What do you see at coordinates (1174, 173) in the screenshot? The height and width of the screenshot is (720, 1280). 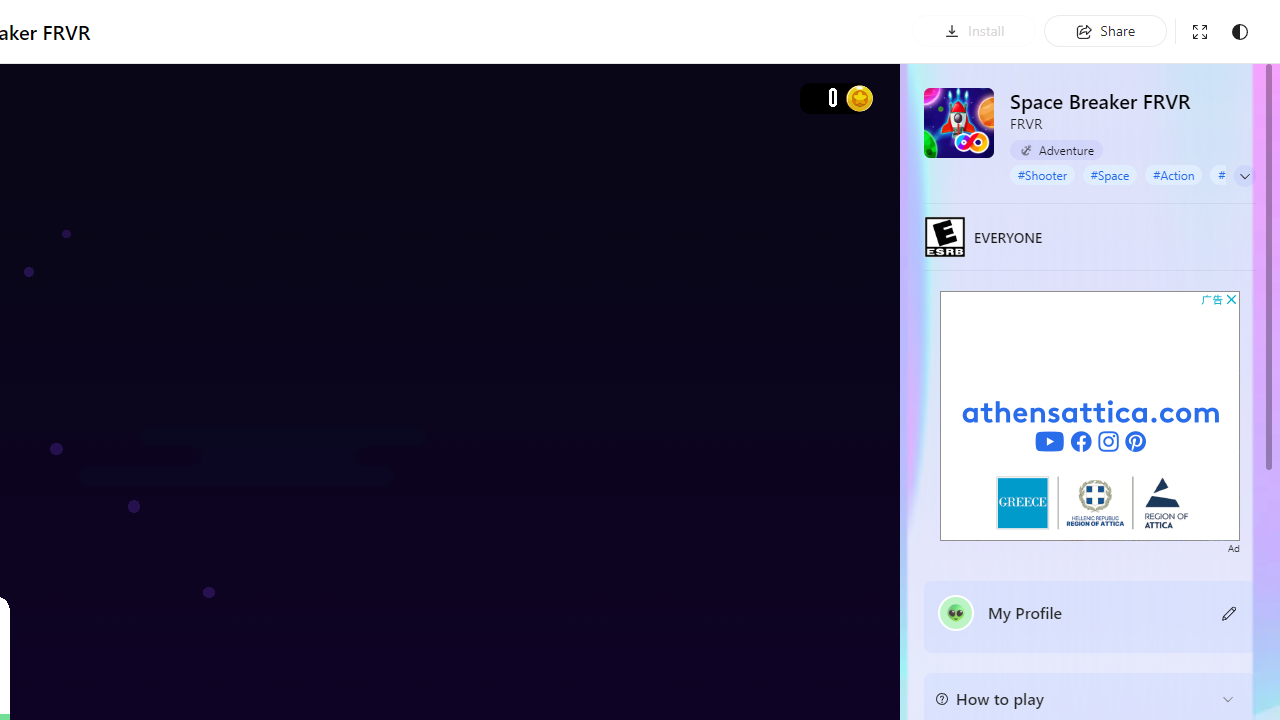 I see `'#Action'` at bounding box center [1174, 173].